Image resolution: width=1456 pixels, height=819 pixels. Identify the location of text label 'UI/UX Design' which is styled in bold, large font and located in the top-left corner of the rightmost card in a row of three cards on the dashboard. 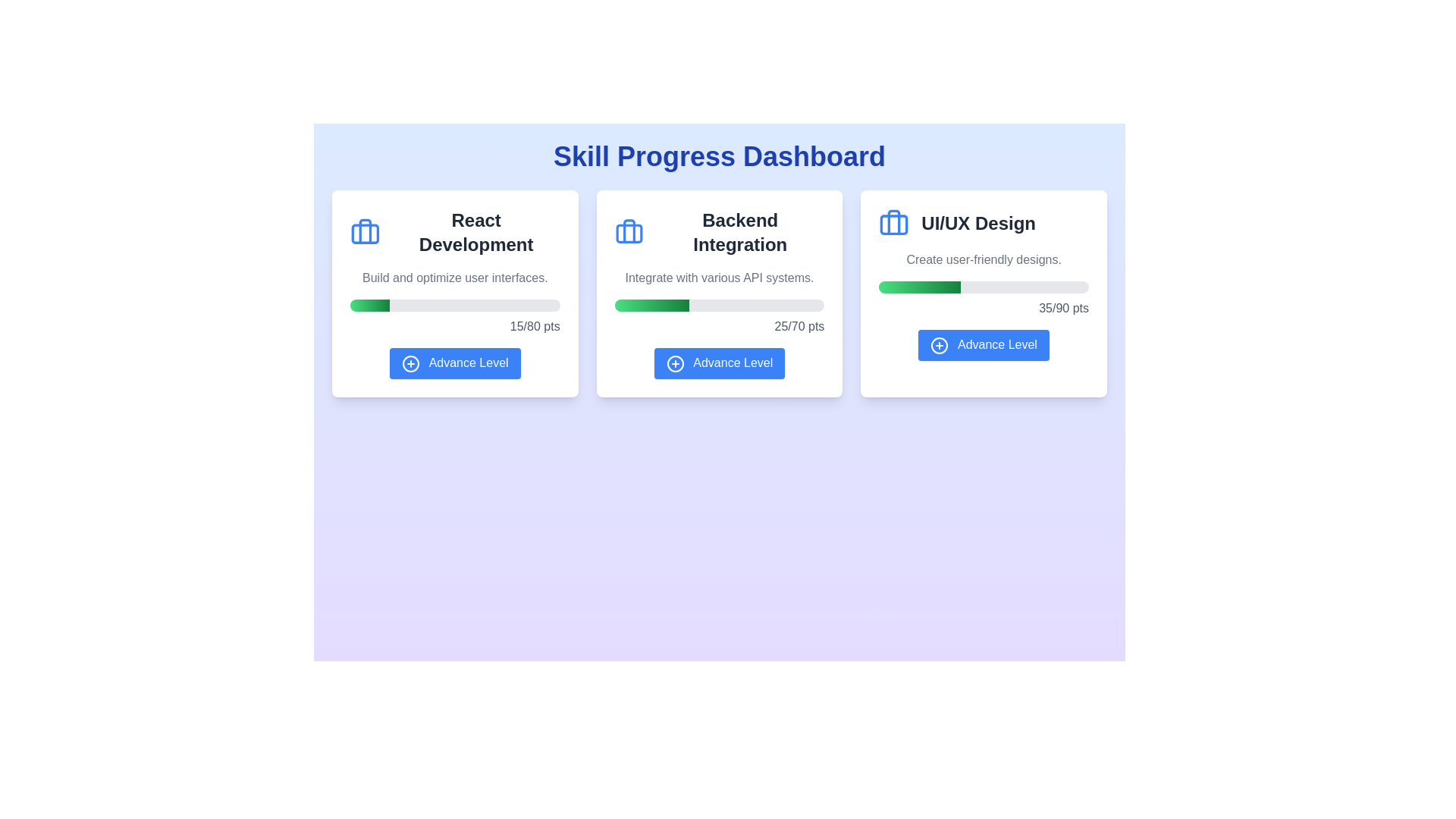
(984, 223).